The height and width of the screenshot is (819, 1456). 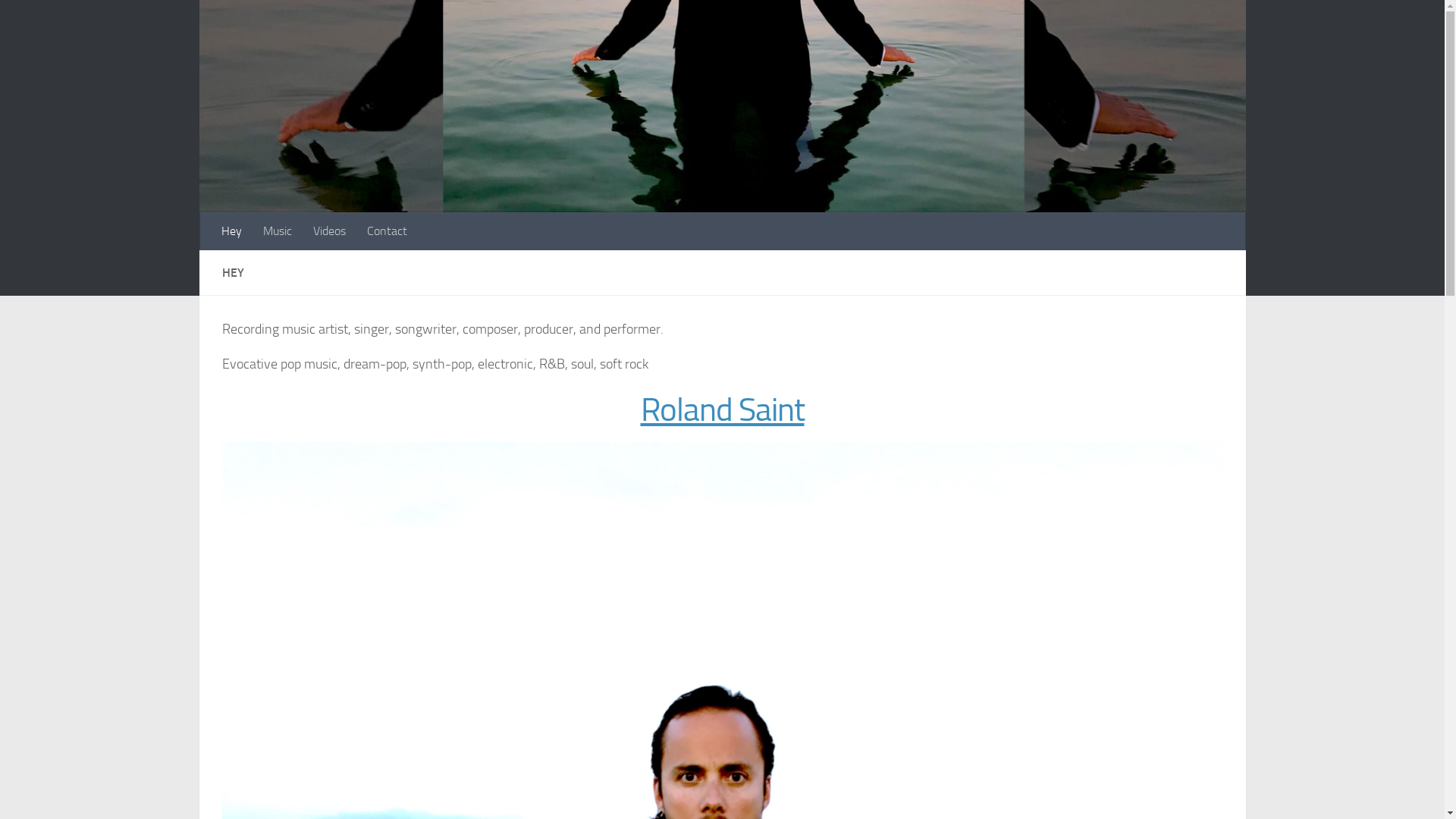 What do you see at coordinates (387, 231) in the screenshot?
I see `'Contact'` at bounding box center [387, 231].